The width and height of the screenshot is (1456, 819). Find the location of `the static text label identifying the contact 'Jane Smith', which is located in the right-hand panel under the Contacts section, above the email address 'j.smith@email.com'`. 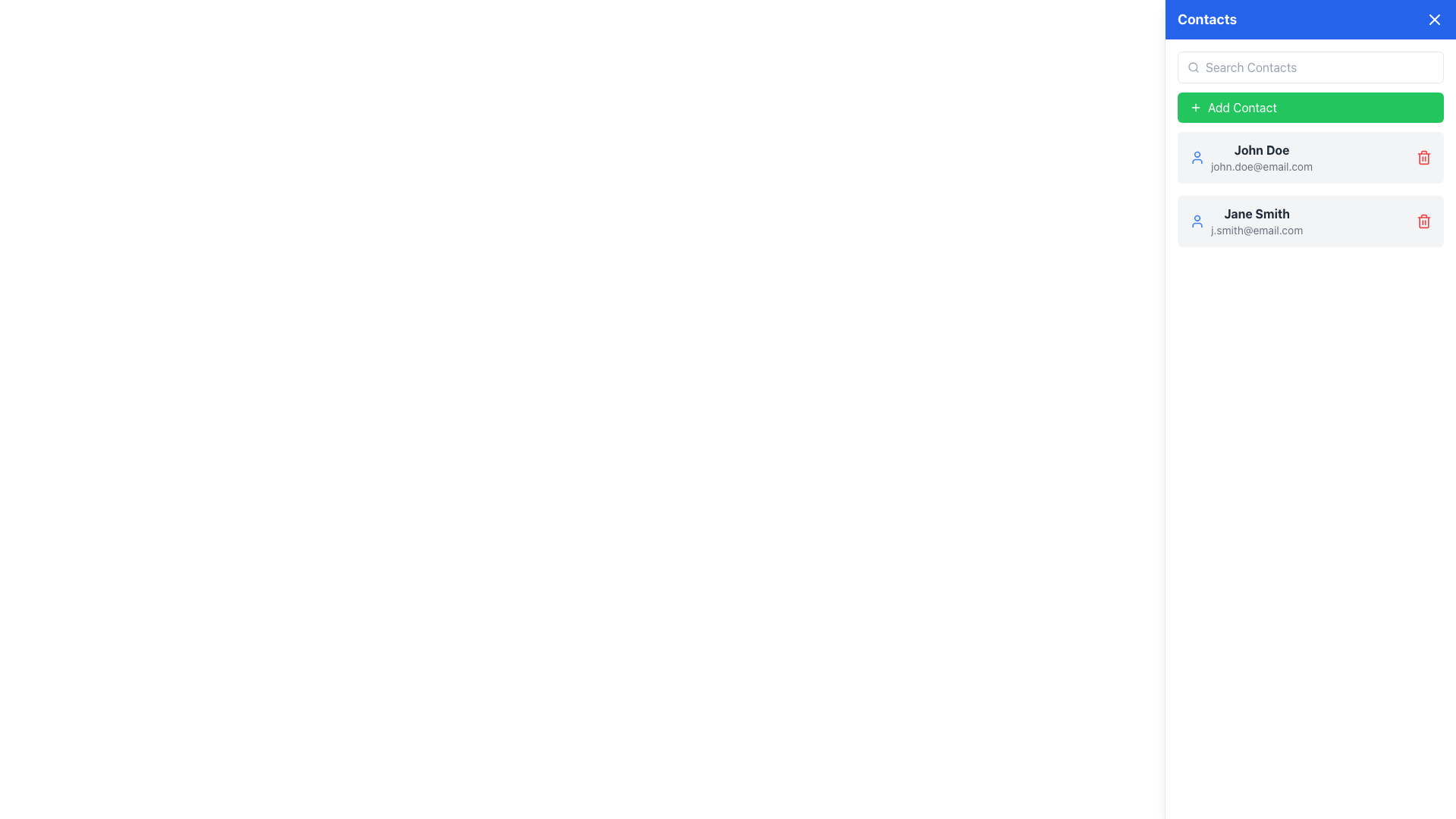

the static text label identifying the contact 'Jane Smith', which is located in the right-hand panel under the Contacts section, above the email address 'j.smith@email.com' is located at coordinates (1257, 213).